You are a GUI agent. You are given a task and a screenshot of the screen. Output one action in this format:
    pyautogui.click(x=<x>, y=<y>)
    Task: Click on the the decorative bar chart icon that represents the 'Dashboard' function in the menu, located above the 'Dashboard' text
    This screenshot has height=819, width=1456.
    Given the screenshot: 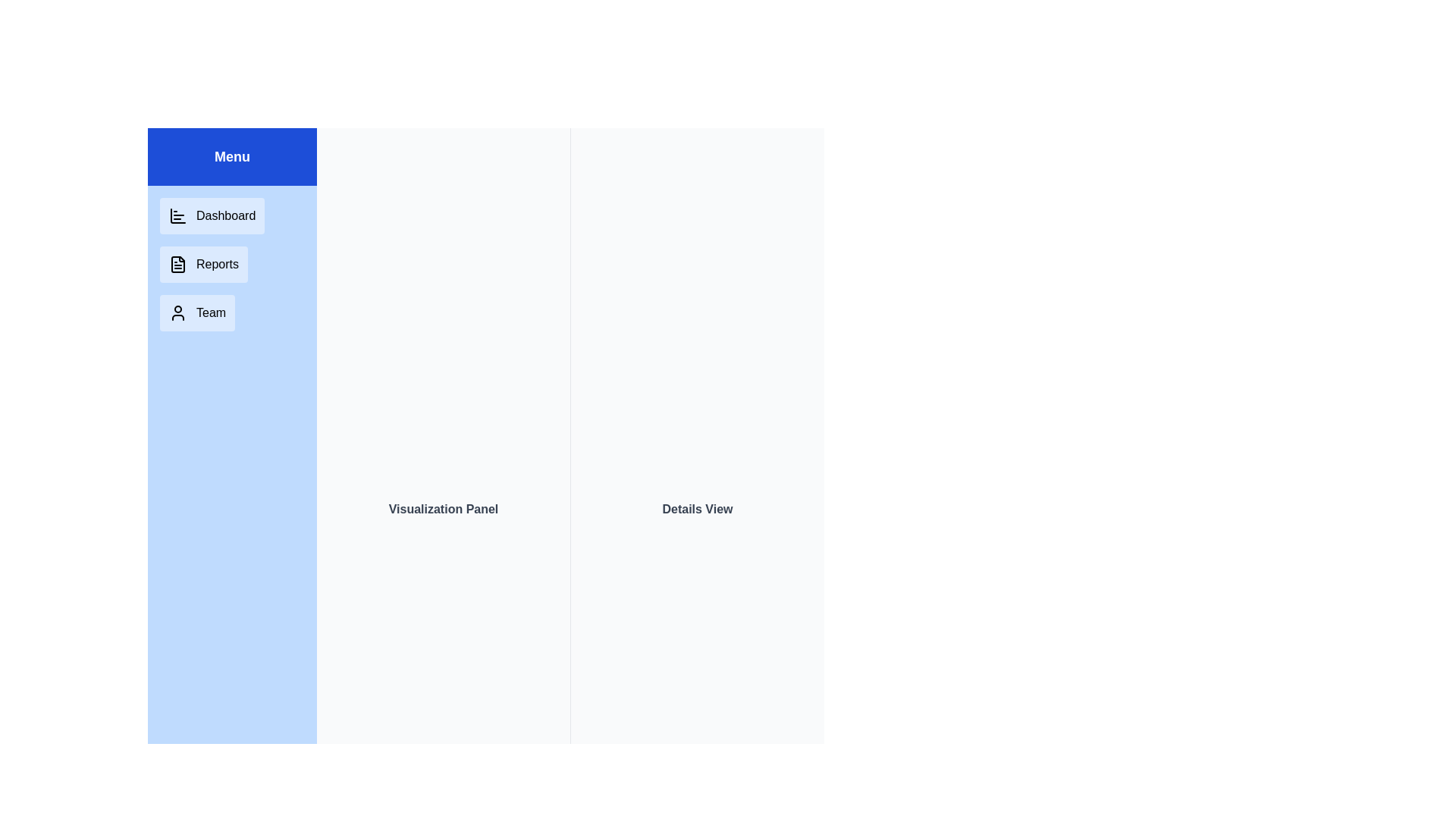 What is the action you would take?
    pyautogui.click(x=178, y=216)
    